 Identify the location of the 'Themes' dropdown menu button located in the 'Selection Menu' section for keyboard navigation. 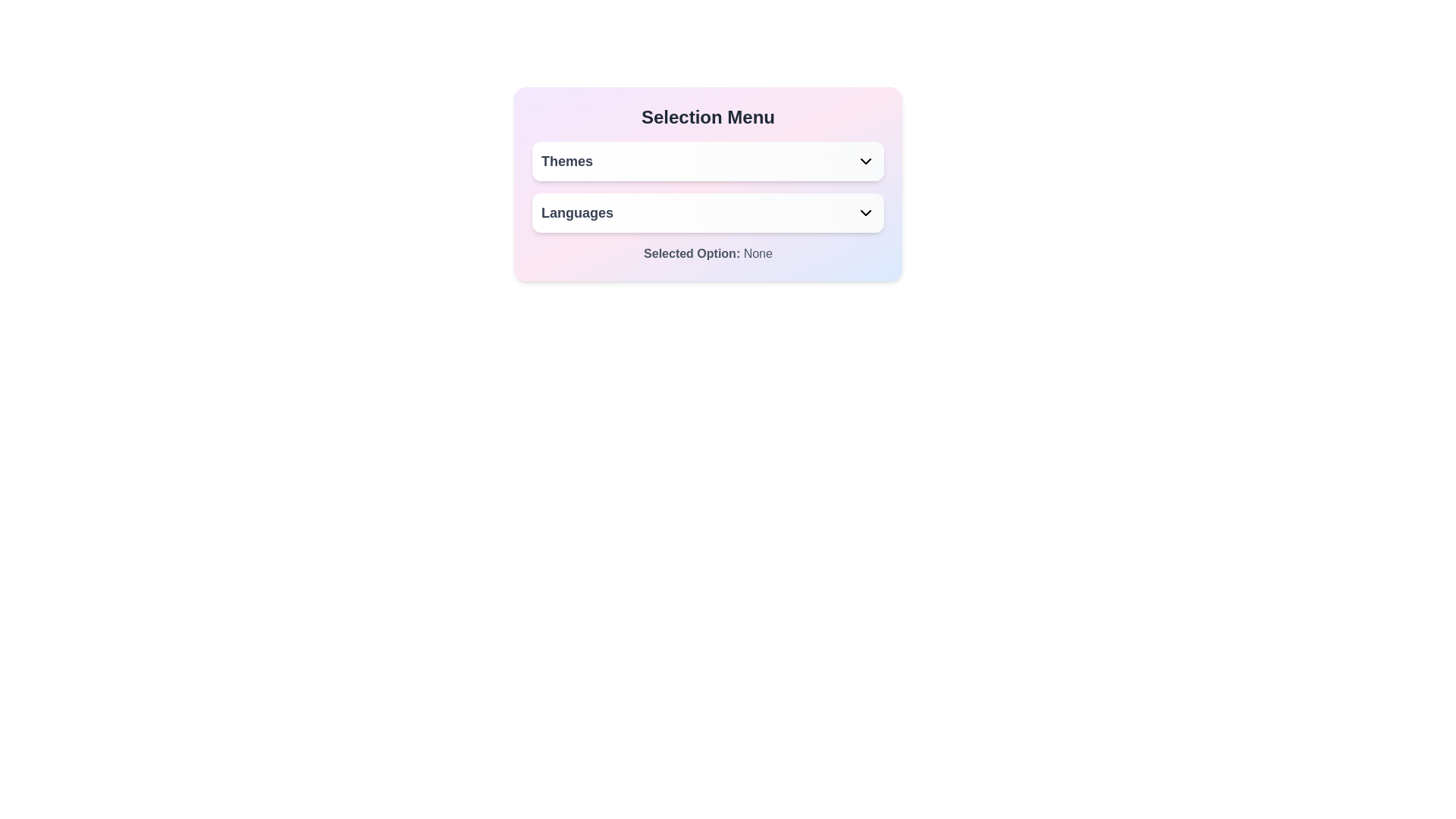
(708, 161).